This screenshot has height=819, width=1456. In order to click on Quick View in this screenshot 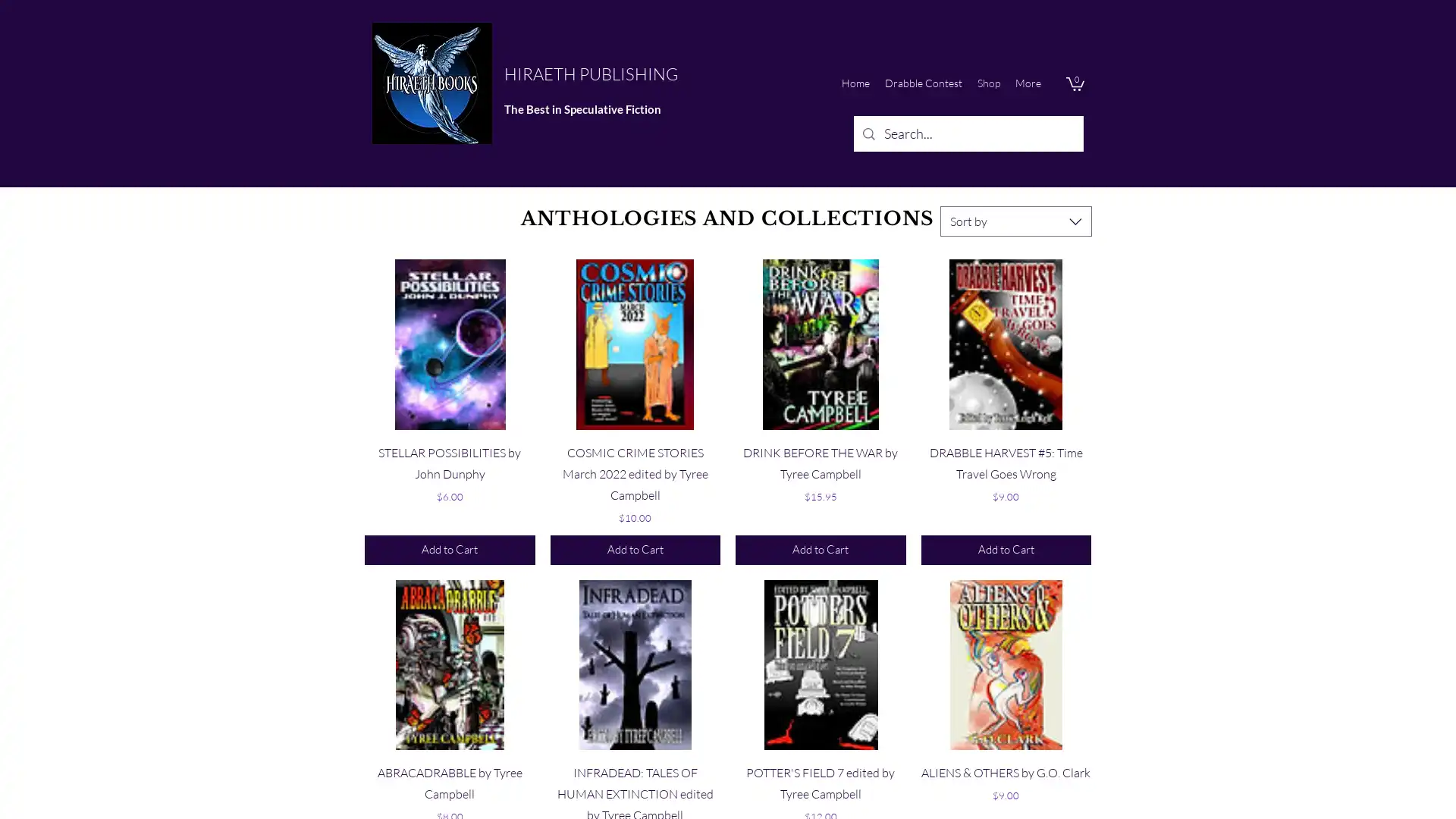, I will do `click(819, 769)`.